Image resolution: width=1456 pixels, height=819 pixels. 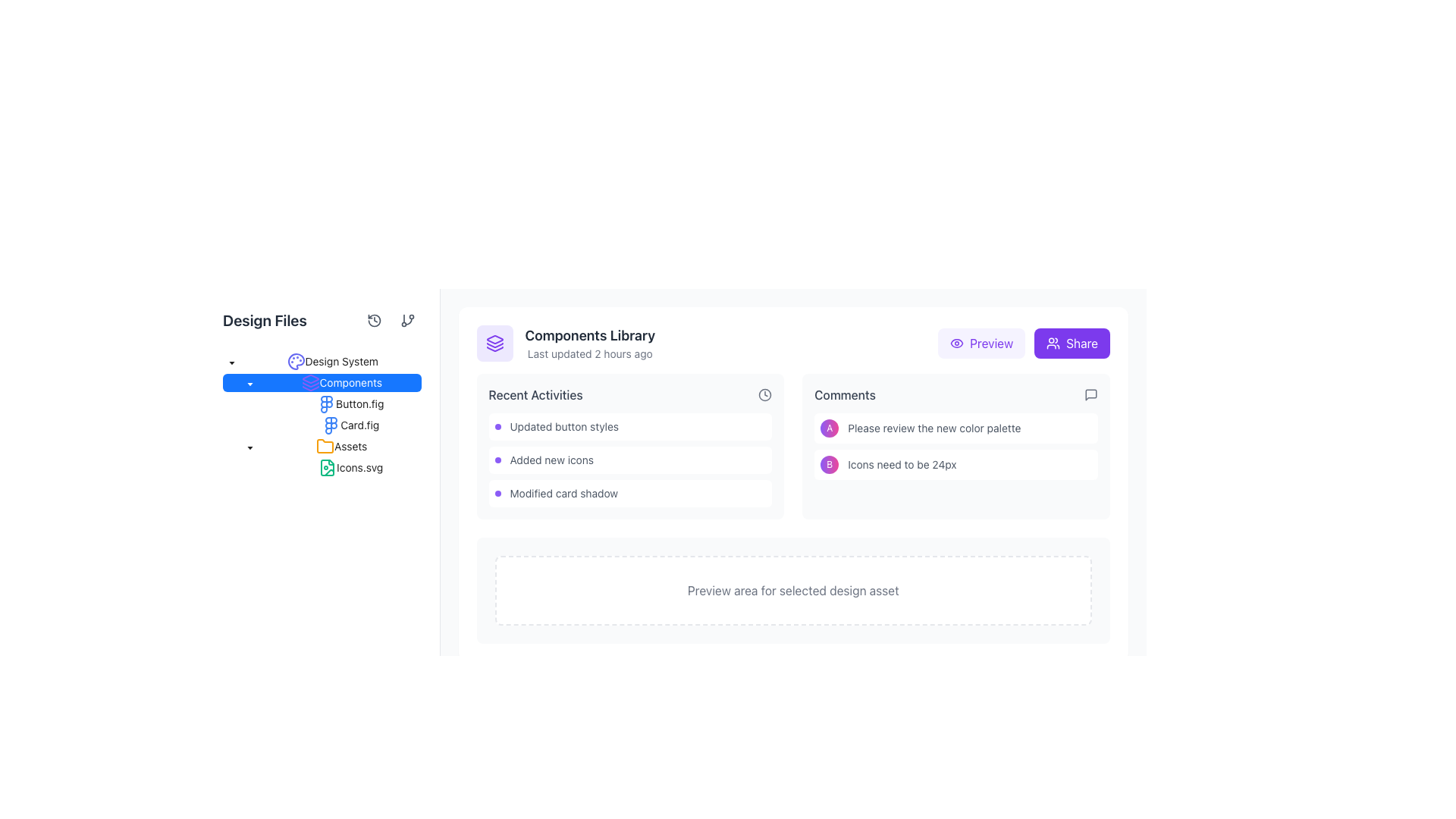 I want to click on the selectable item labeled 'Card.fig' located, so click(x=350, y=425).